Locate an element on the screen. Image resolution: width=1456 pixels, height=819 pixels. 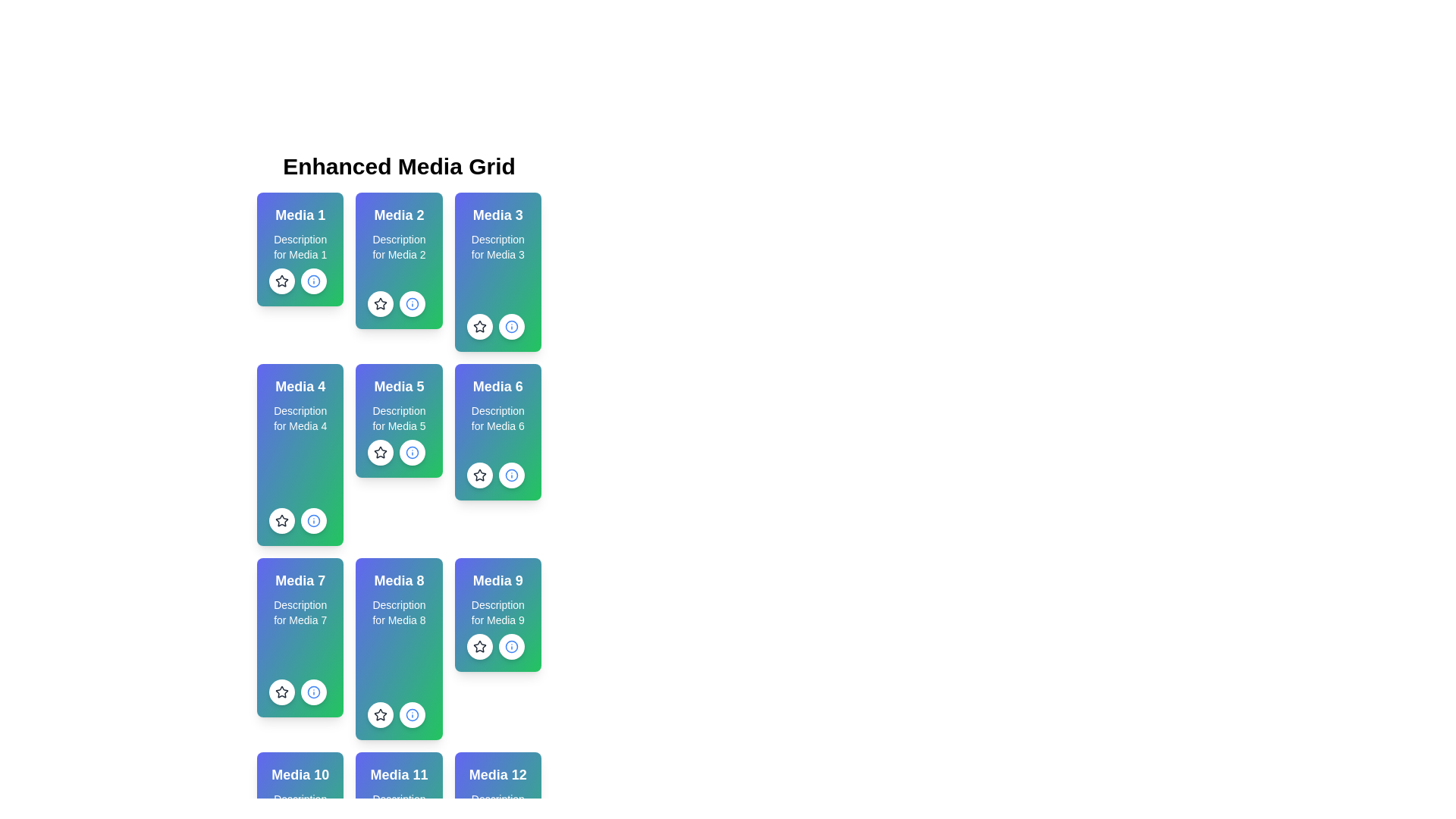
the white circular button with a black outlined star icon located at the bottom-left corner inside the card labeled 'Media 1' is located at coordinates (282, 281).